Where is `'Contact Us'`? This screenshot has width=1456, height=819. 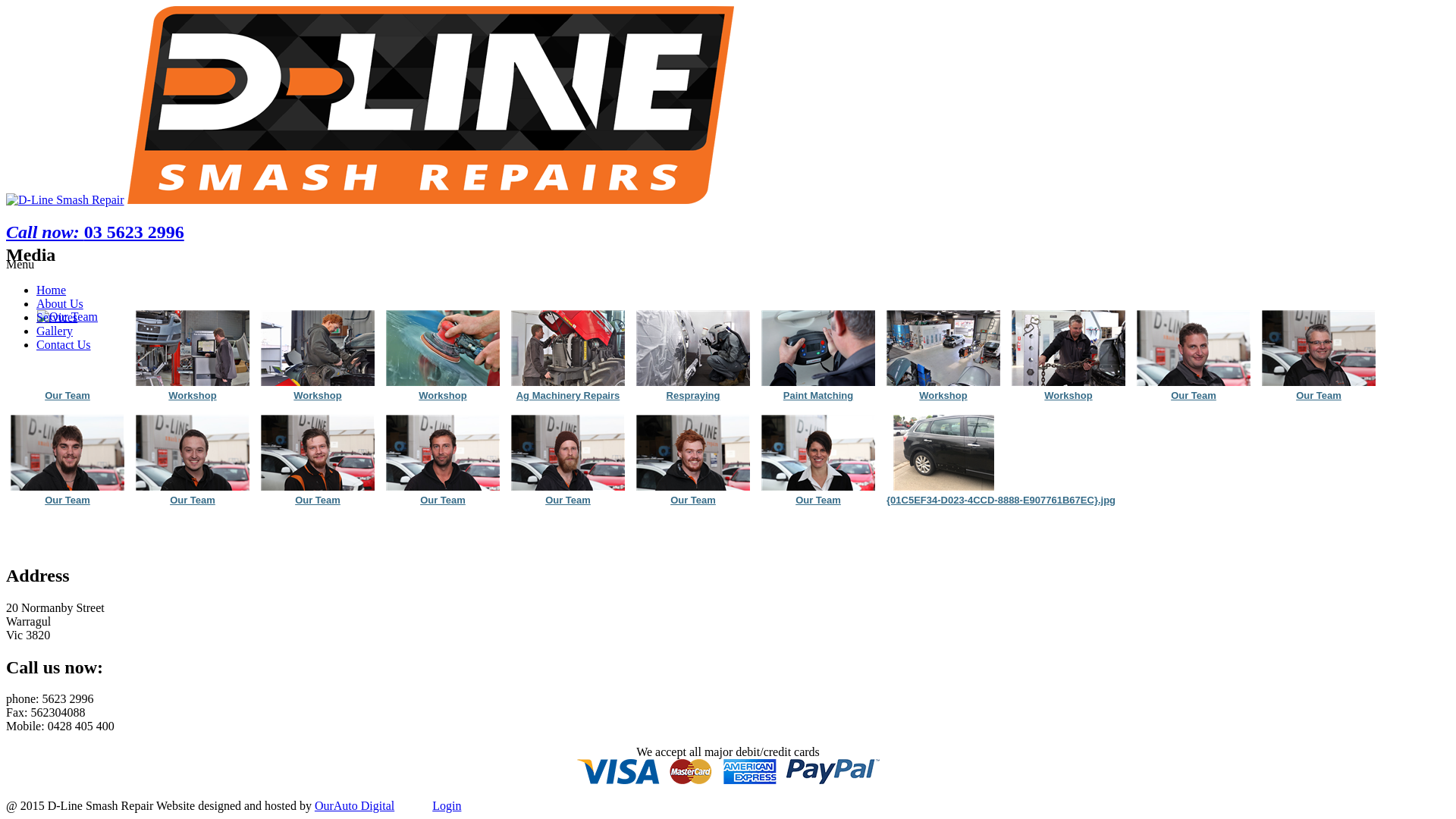
'Contact Us' is located at coordinates (62, 344).